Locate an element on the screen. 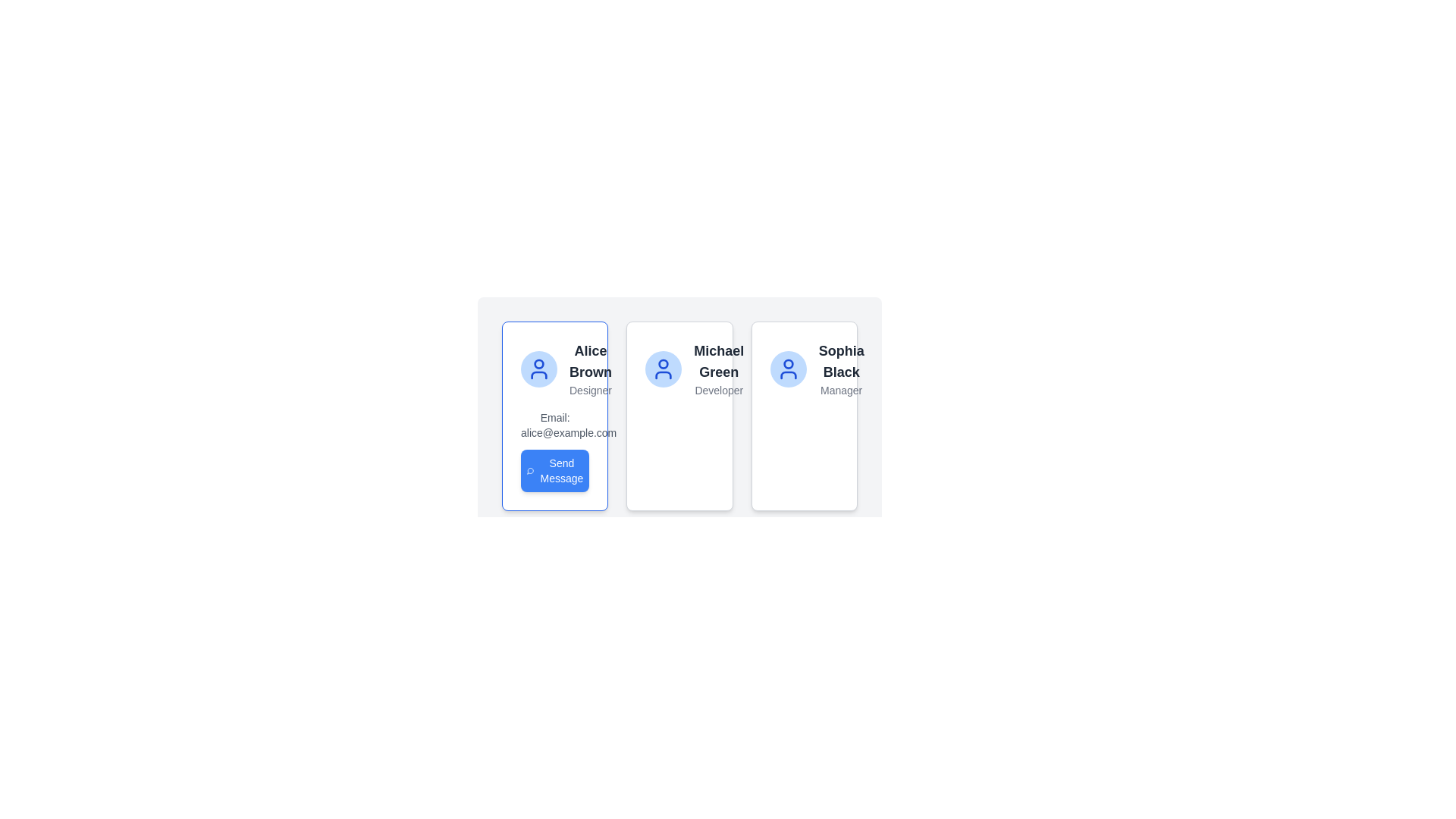  text of the Label displaying 'Michael Green' and 'Developer', which is located in the middle card of a group of cards, centered vertically and horizontally within its card is located at coordinates (718, 369).